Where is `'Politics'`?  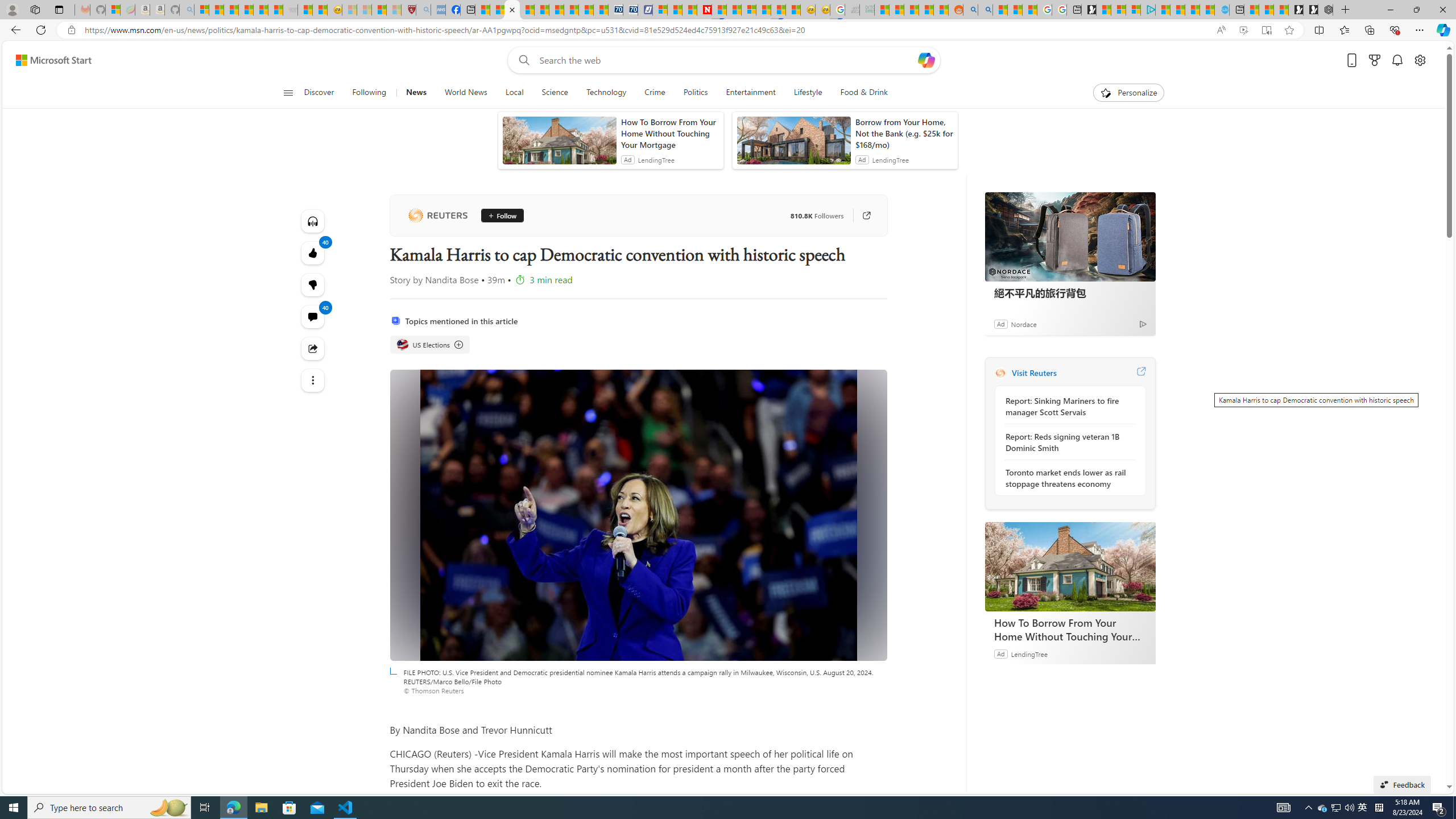
'Politics' is located at coordinates (695, 92).